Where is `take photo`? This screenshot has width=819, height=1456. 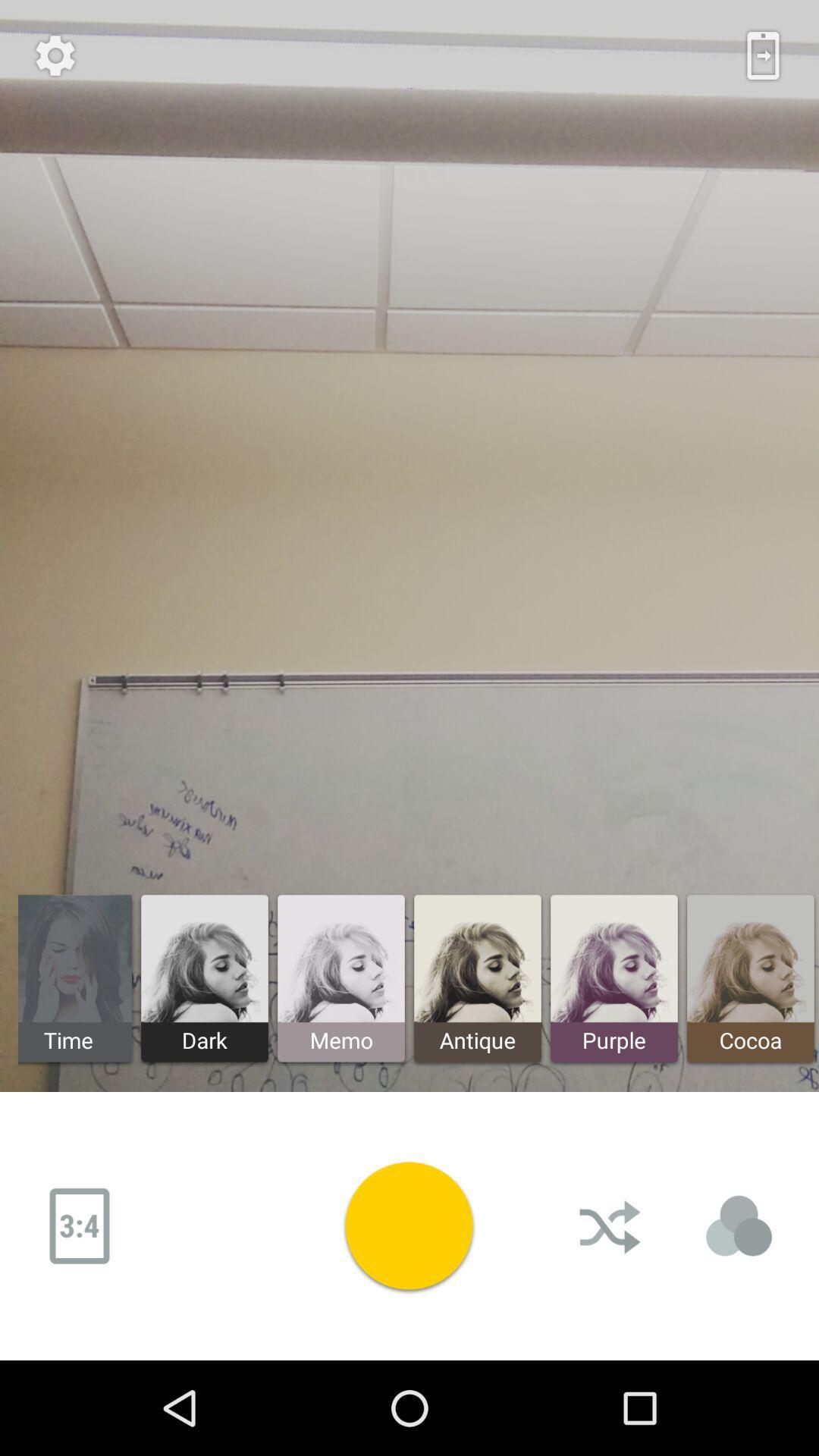 take photo is located at coordinates (408, 1225).